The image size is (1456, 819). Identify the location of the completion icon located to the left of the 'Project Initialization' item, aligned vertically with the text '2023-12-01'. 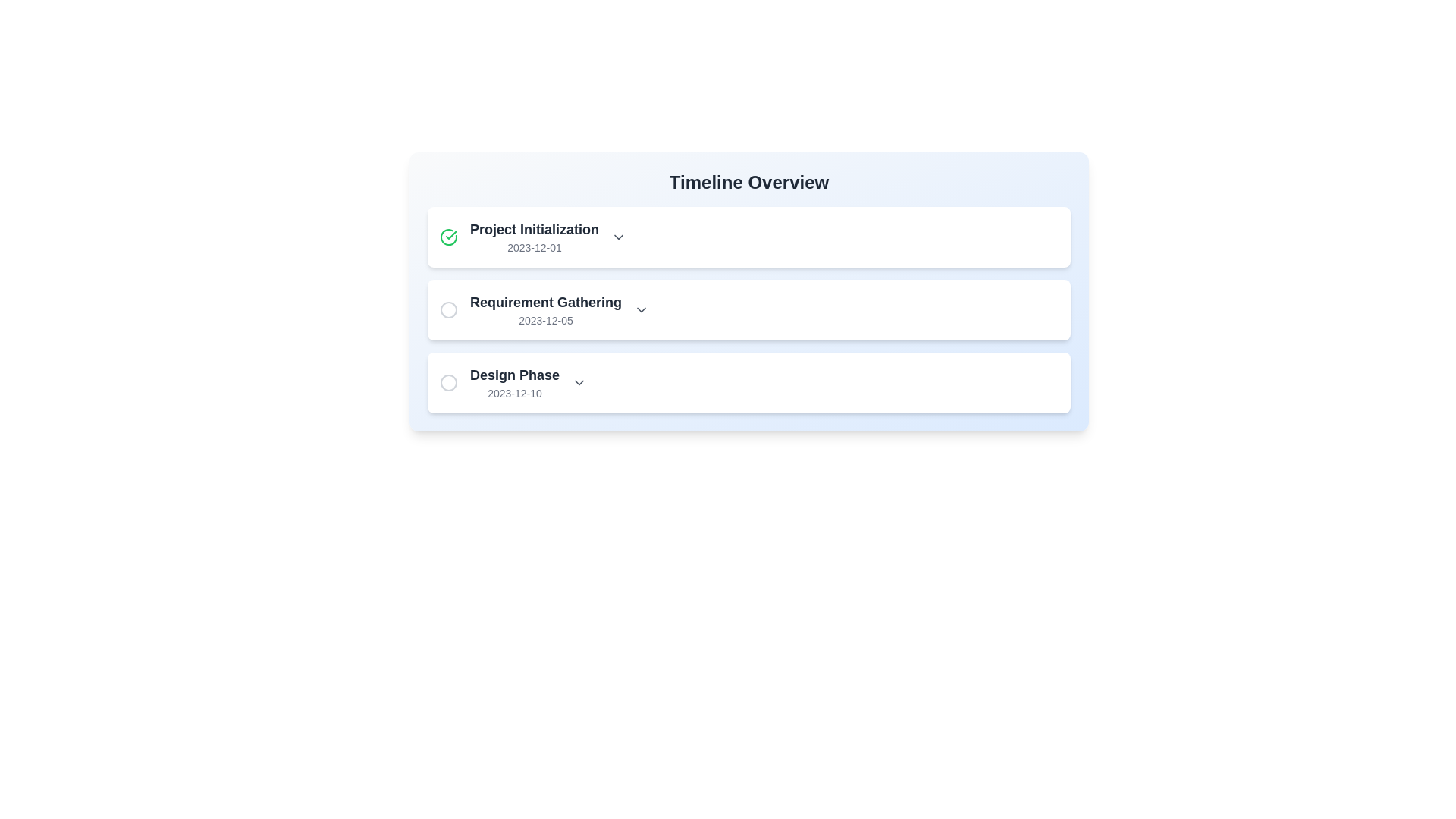
(447, 237).